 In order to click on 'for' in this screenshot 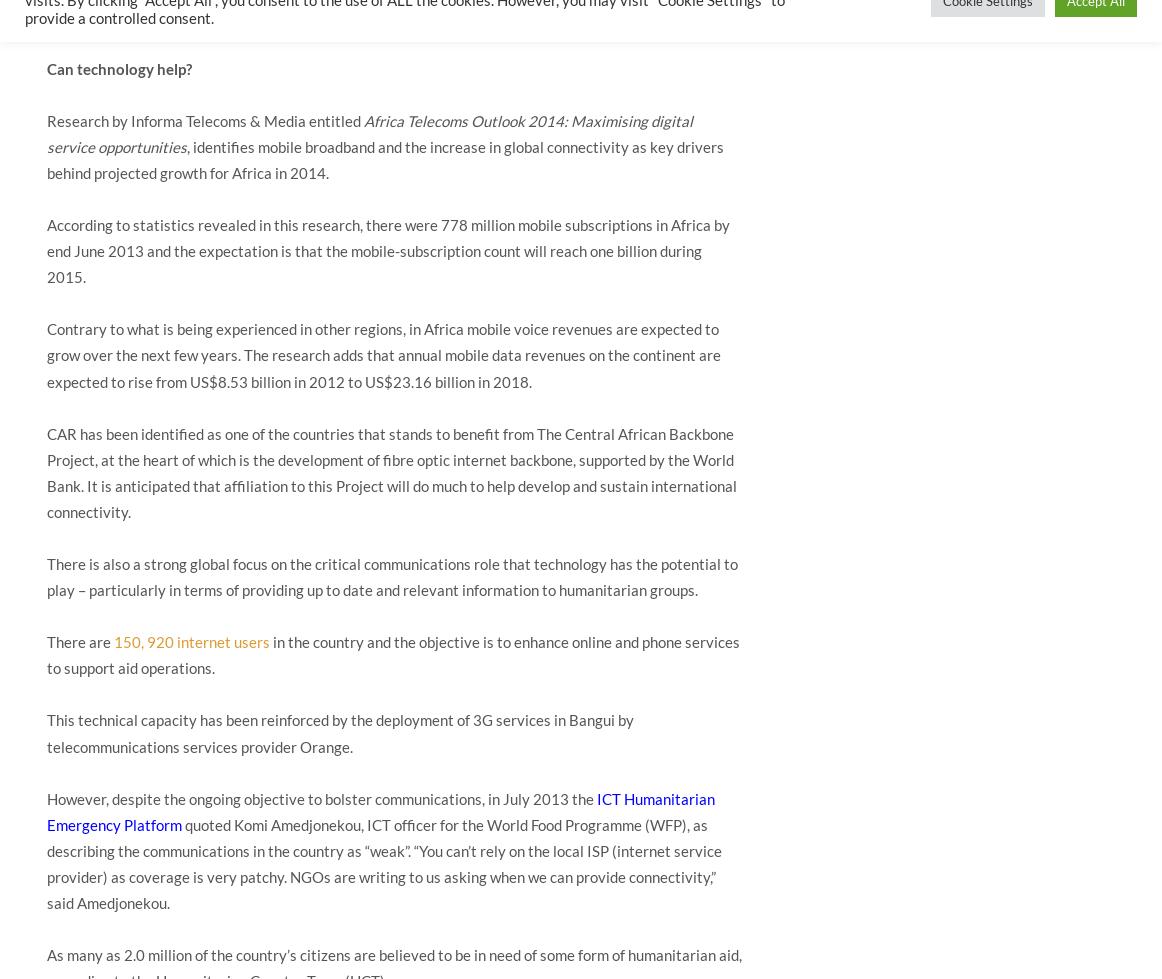, I will do `click(218, 172)`.